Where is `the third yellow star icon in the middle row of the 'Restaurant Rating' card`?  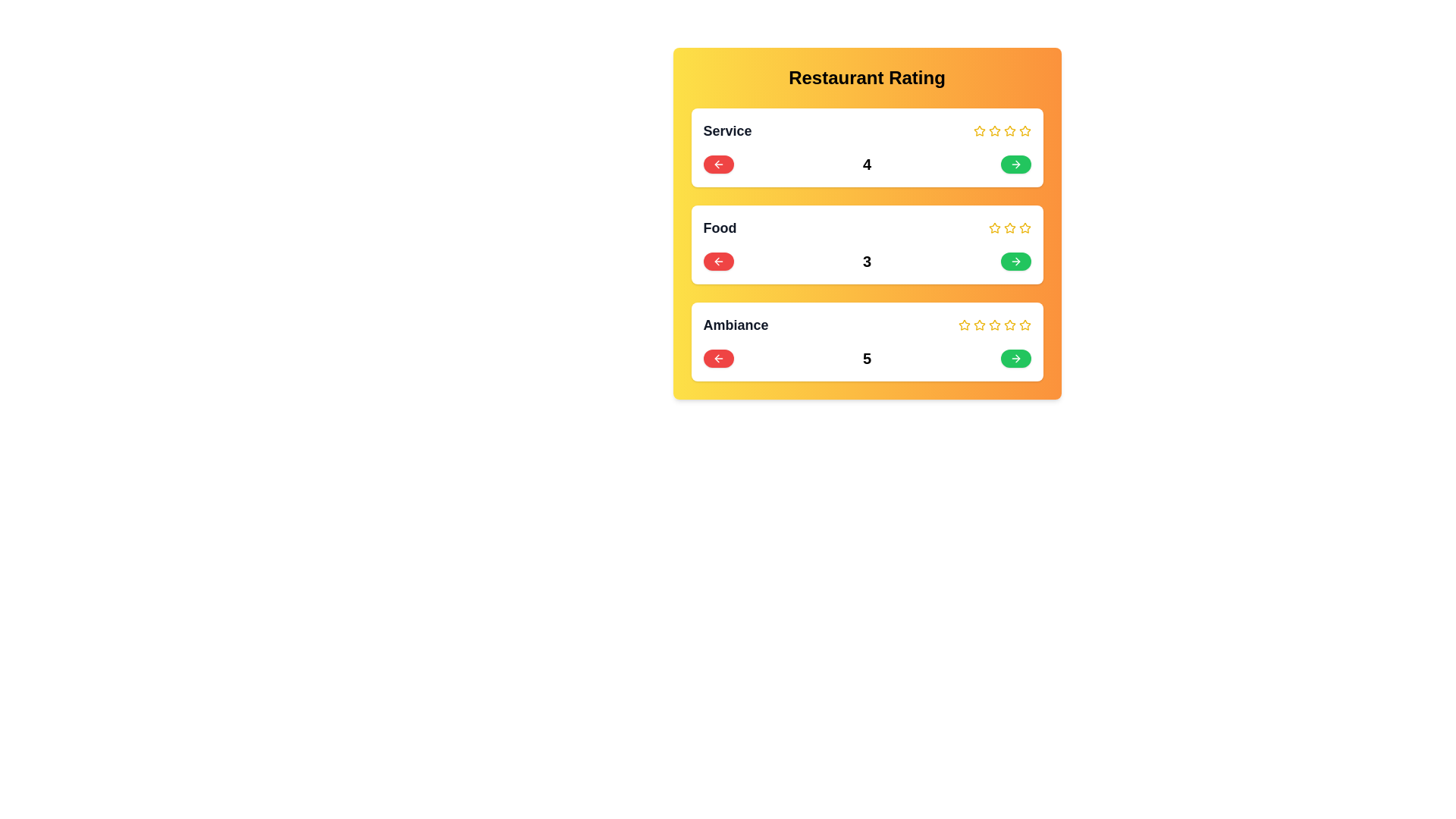 the third yellow star icon in the middle row of the 'Restaurant Rating' card is located at coordinates (1025, 227).